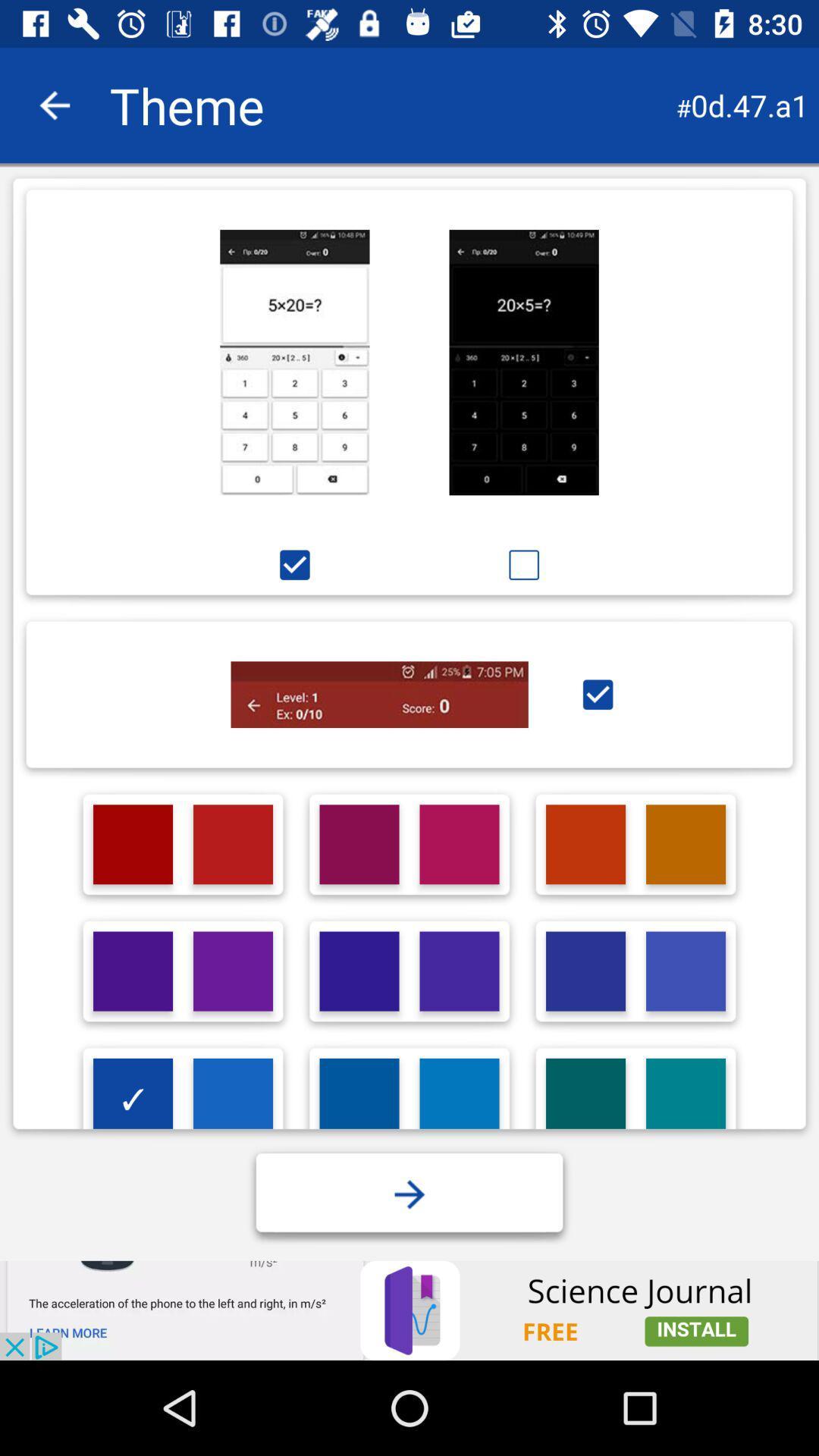  What do you see at coordinates (523, 564) in the screenshot?
I see `sad` at bounding box center [523, 564].